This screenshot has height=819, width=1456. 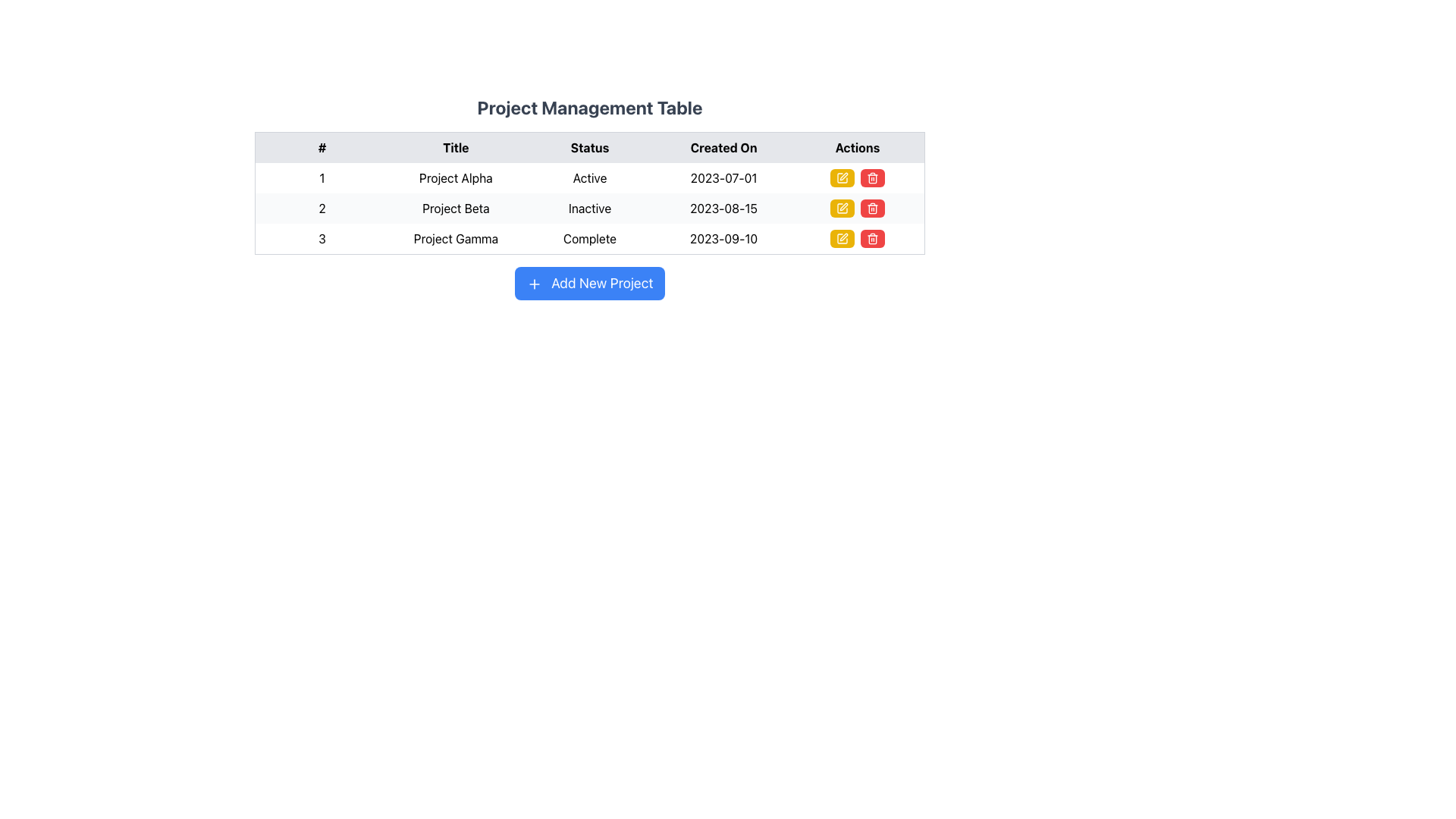 I want to click on the blue button labeled 'Add New Project' with rounded corners, so click(x=588, y=284).